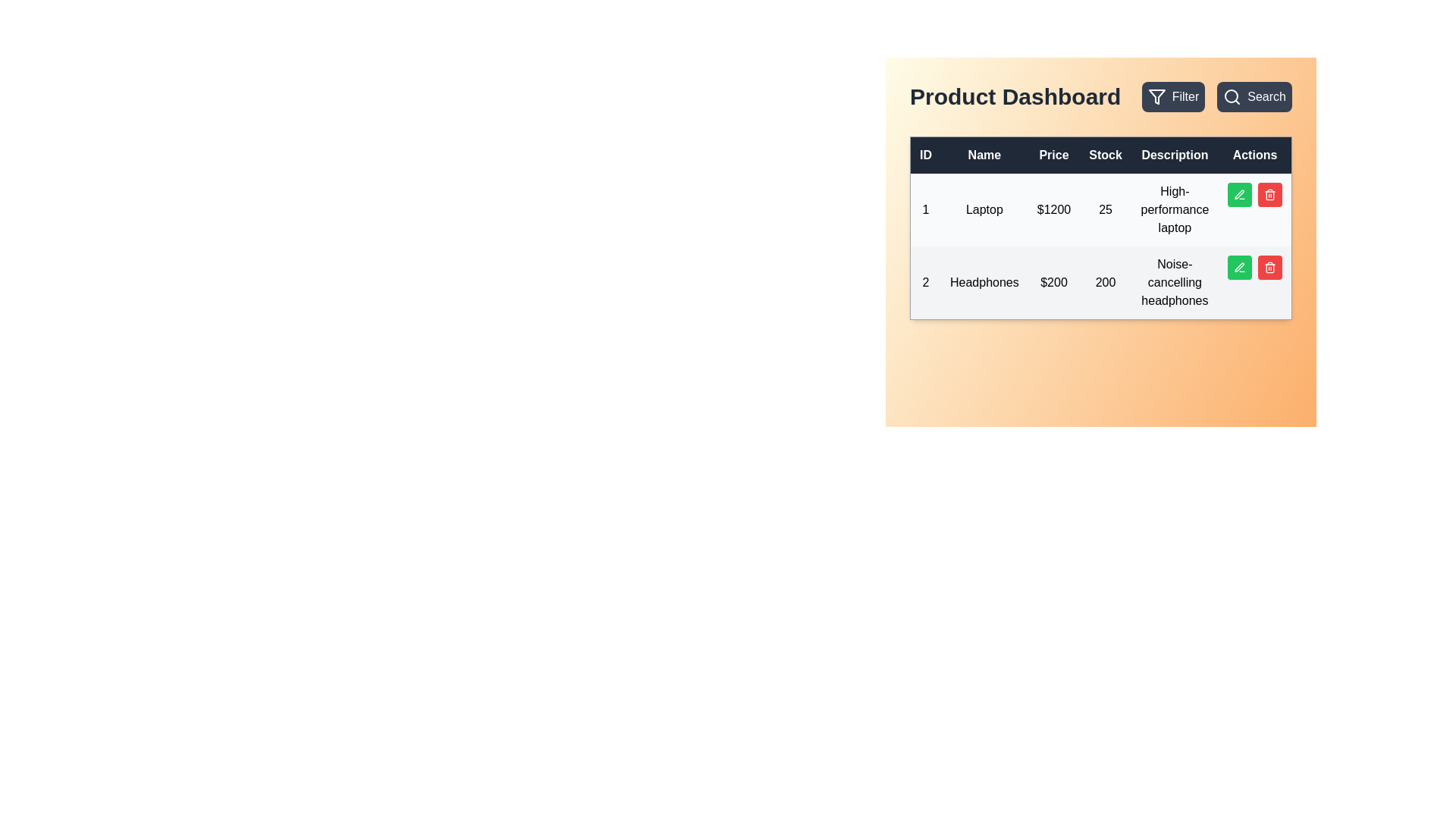 This screenshot has width=1456, height=819. Describe the element at coordinates (1270, 194) in the screenshot. I see `the red button with a white trash icon located under the 'Actions' column` at that location.